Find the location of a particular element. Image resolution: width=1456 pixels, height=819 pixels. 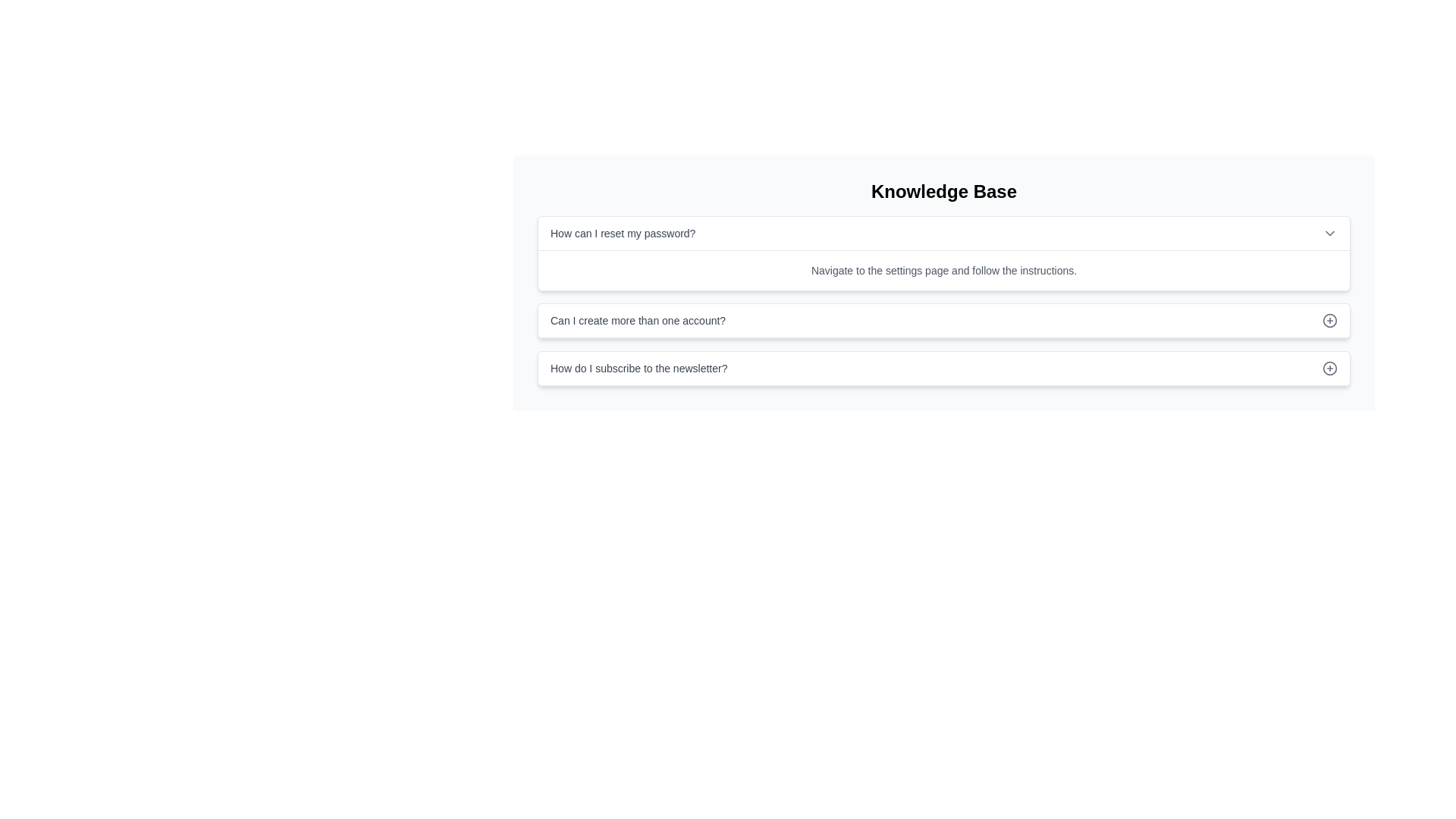

the icon (circle with a plus sign) located at the far-right end of the item labeled 'Can I create more than one account?' is located at coordinates (1329, 320).